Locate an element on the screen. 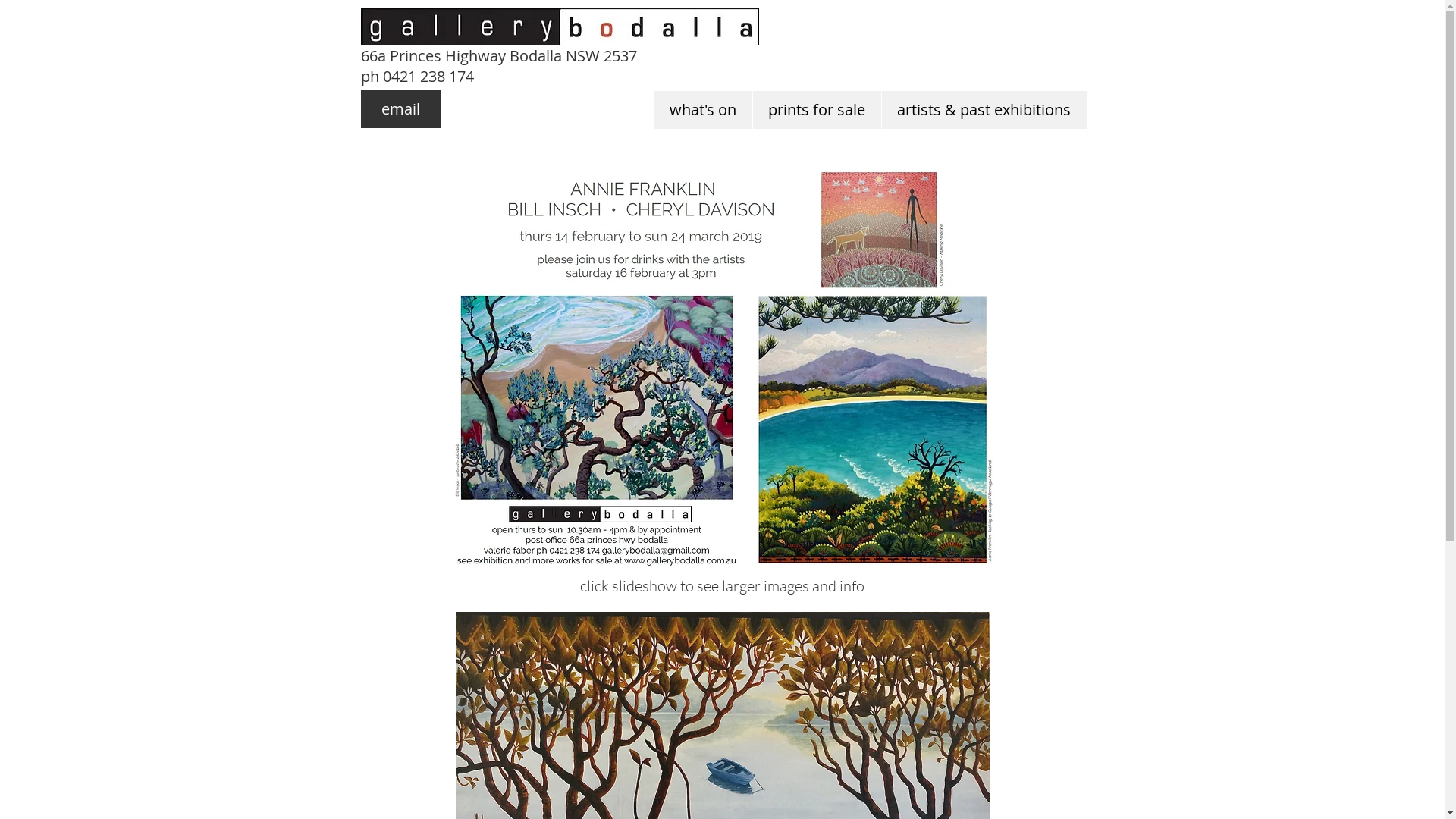  'what's on' is located at coordinates (701, 109).